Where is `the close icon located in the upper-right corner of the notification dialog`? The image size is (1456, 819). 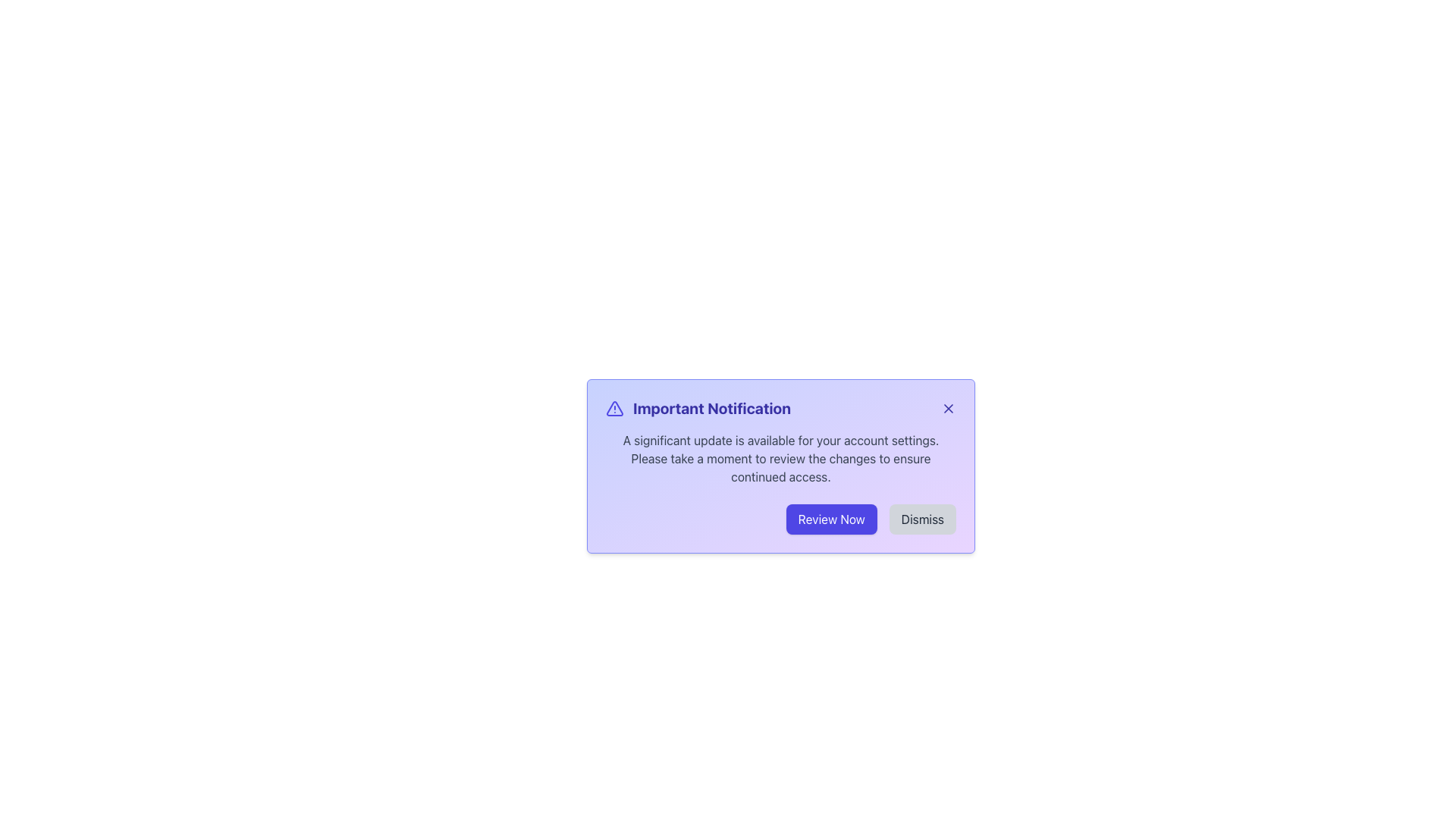 the close icon located in the upper-right corner of the notification dialog is located at coordinates (948, 408).